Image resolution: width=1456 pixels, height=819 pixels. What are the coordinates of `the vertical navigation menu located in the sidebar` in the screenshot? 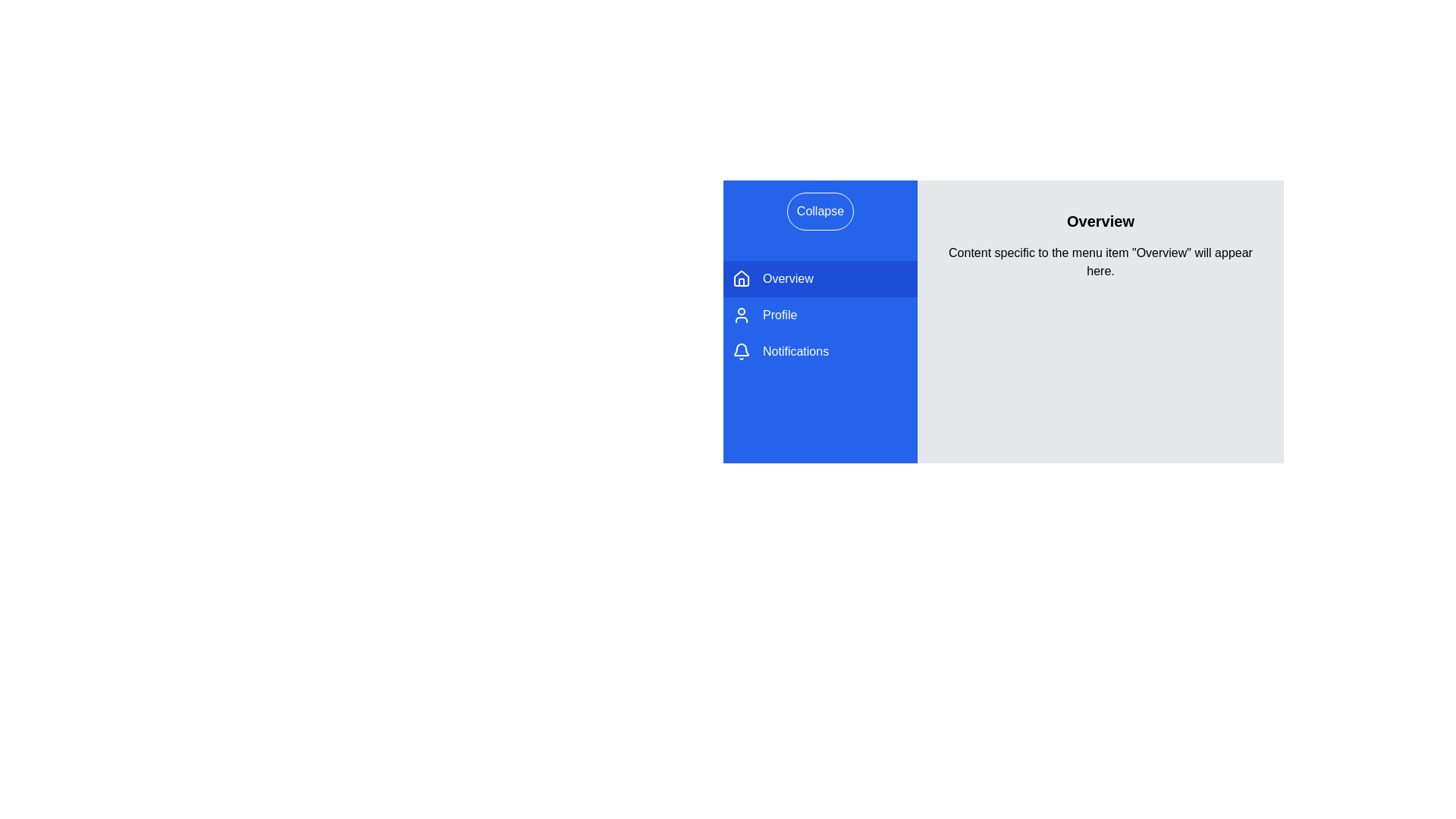 It's located at (819, 315).